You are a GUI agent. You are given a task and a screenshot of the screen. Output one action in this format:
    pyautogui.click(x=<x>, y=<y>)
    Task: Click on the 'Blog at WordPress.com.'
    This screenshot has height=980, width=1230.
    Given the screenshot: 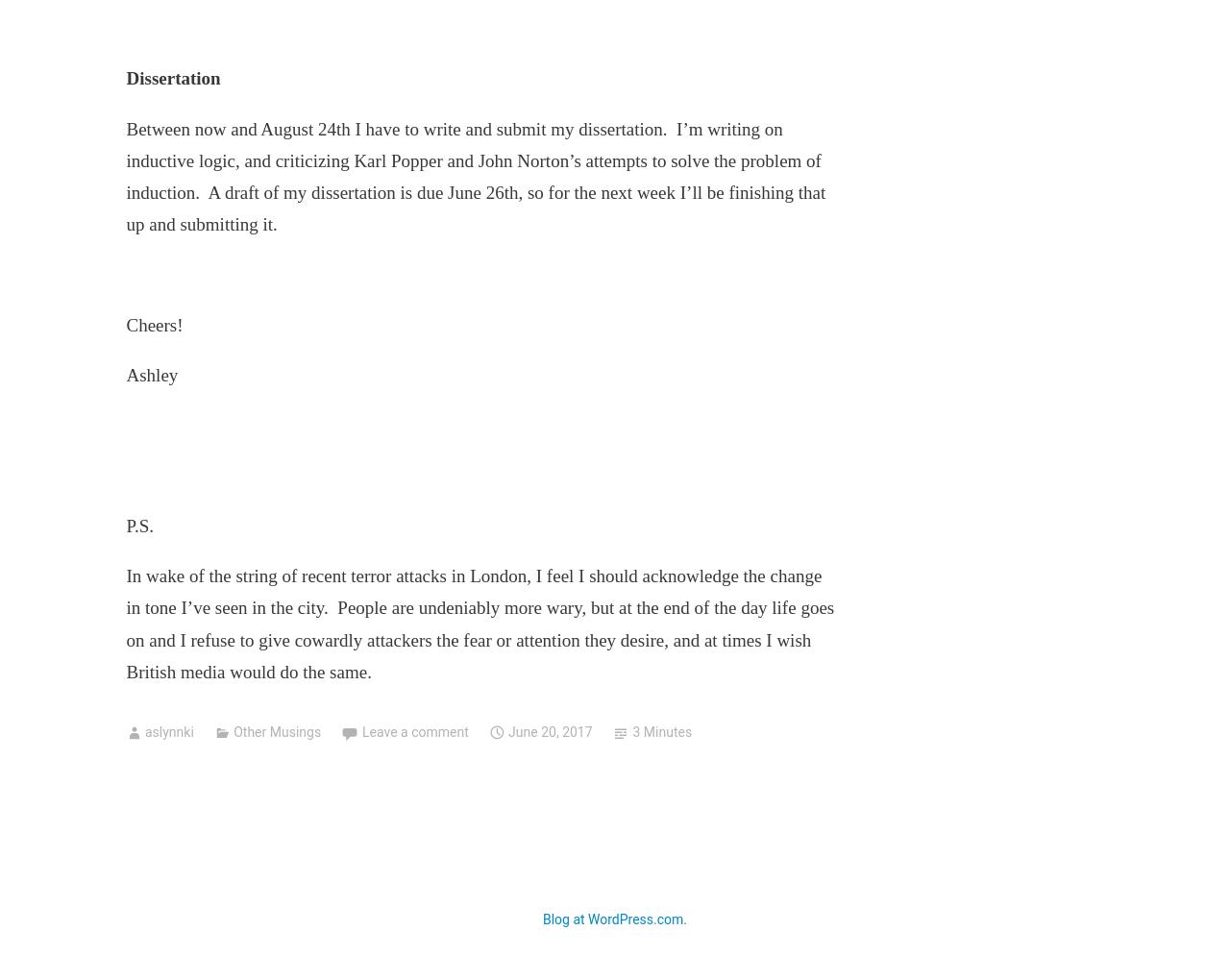 What is the action you would take?
    pyautogui.click(x=613, y=918)
    